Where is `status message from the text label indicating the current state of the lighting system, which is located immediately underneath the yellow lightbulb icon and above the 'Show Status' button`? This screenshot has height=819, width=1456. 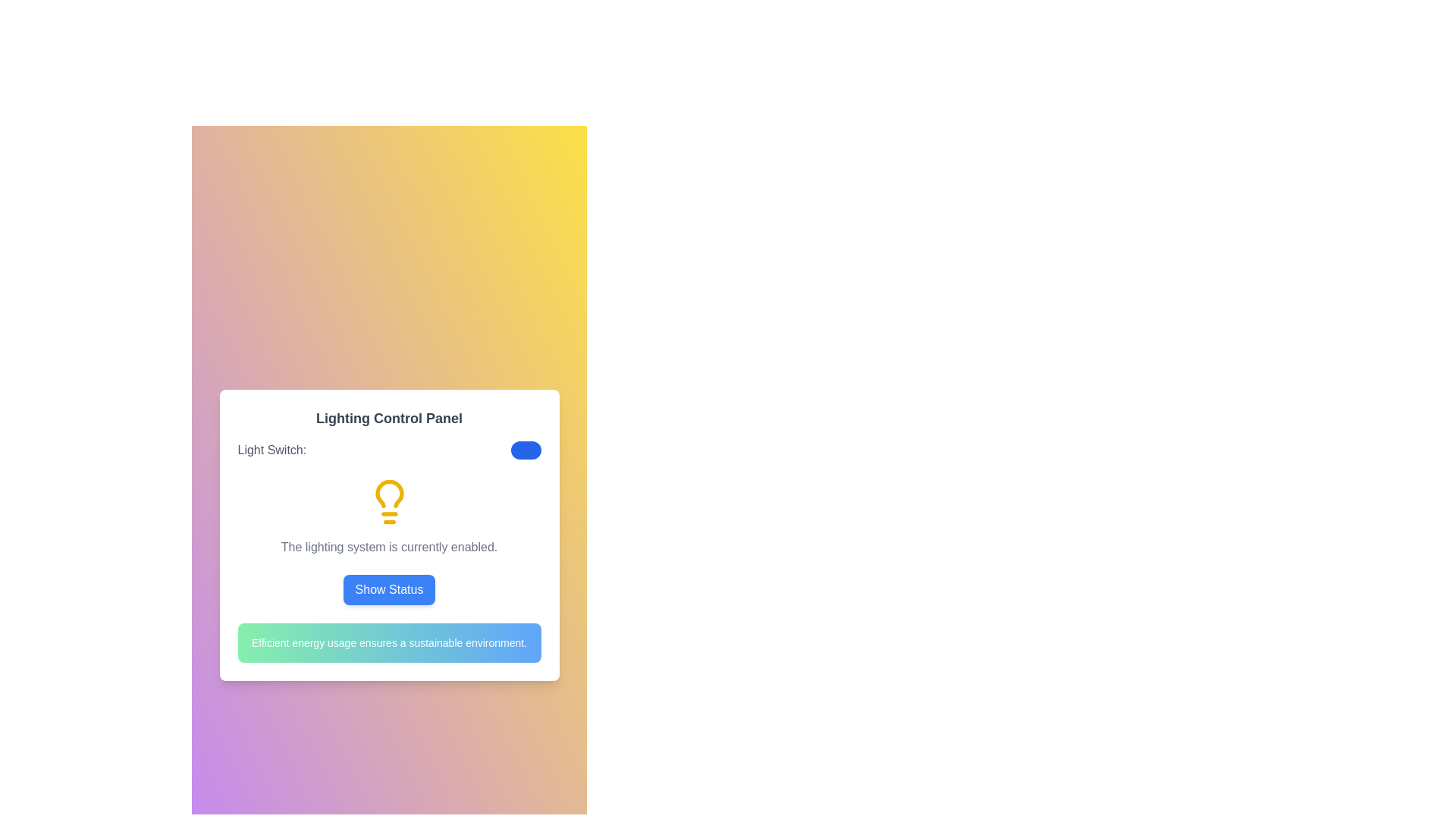
status message from the text label indicating the current state of the lighting system, which is located immediately underneath the yellow lightbulb icon and above the 'Show Status' button is located at coordinates (389, 547).